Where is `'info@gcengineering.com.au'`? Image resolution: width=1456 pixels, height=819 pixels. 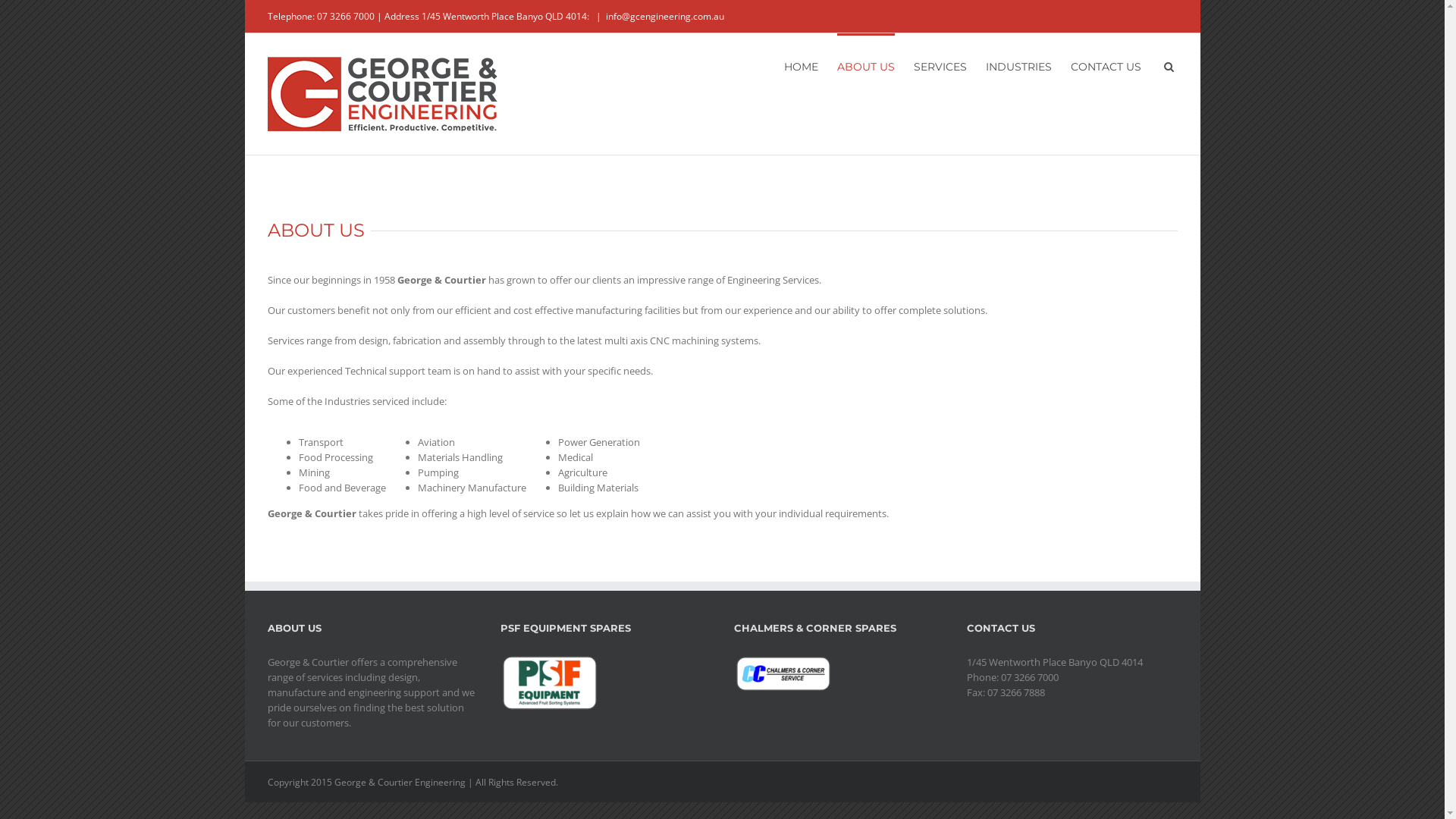
'info@gcengineering.com.au' is located at coordinates (664, 16).